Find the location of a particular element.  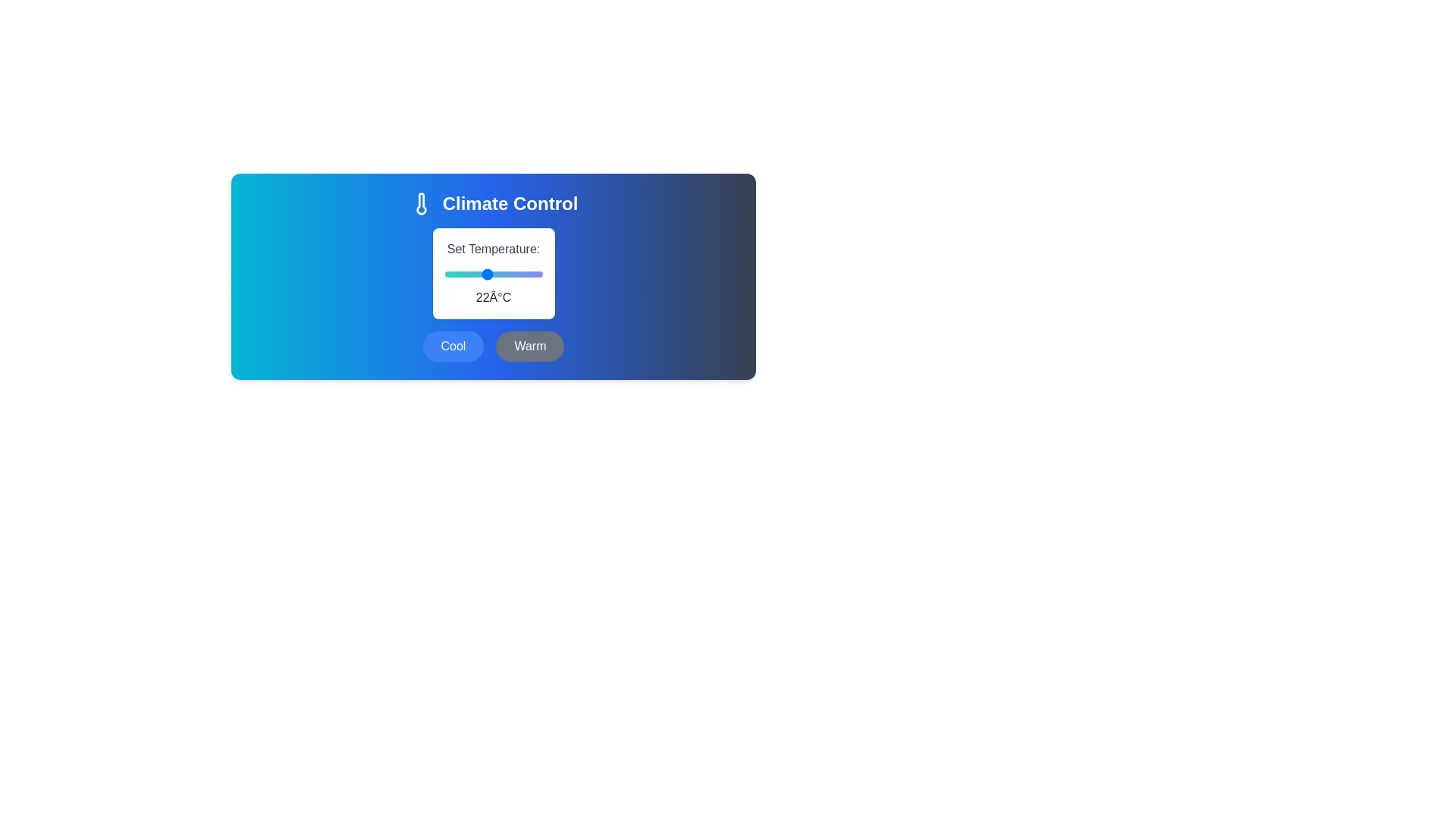

the temperature is located at coordinates (514, 275).